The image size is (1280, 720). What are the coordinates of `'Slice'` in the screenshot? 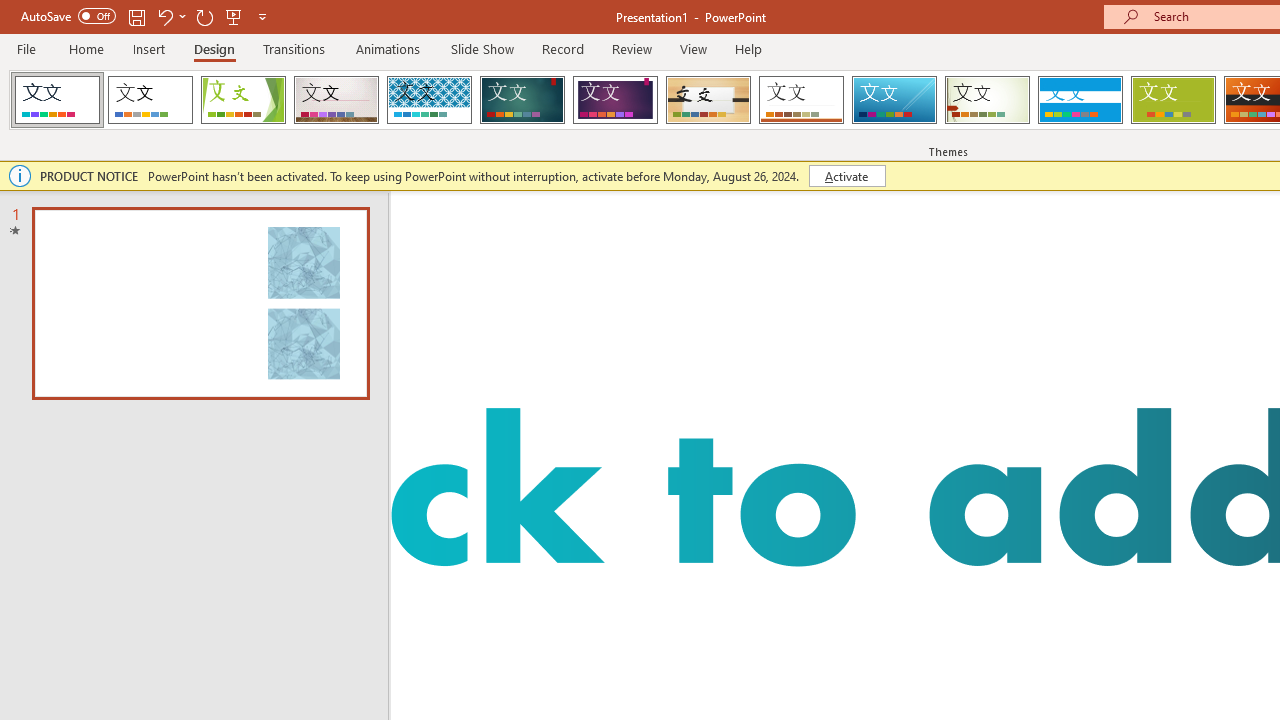 It's located at (893, 100).